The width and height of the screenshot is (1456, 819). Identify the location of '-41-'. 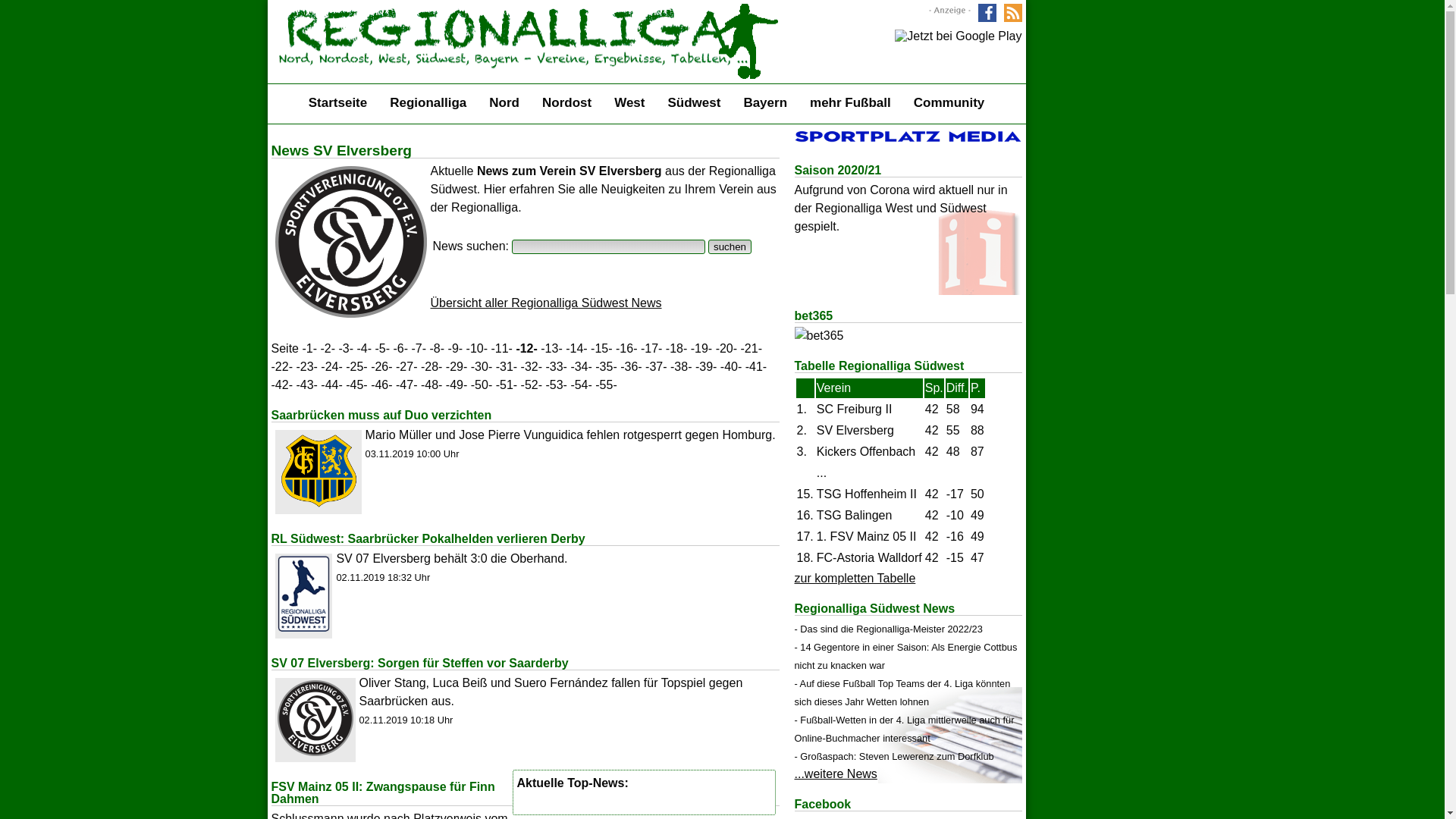
(745, 366).